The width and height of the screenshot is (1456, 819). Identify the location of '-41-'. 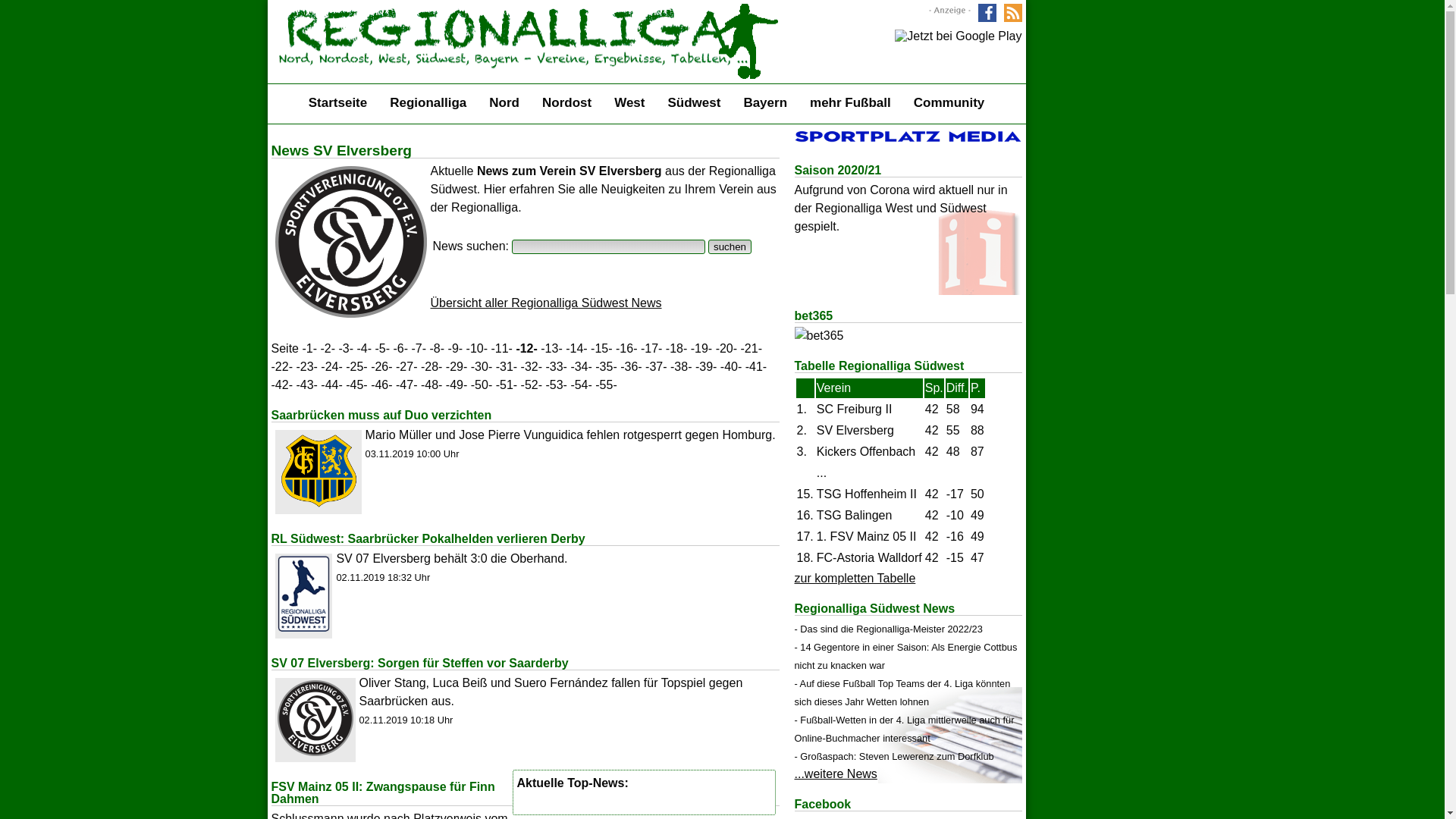
(745, 366).